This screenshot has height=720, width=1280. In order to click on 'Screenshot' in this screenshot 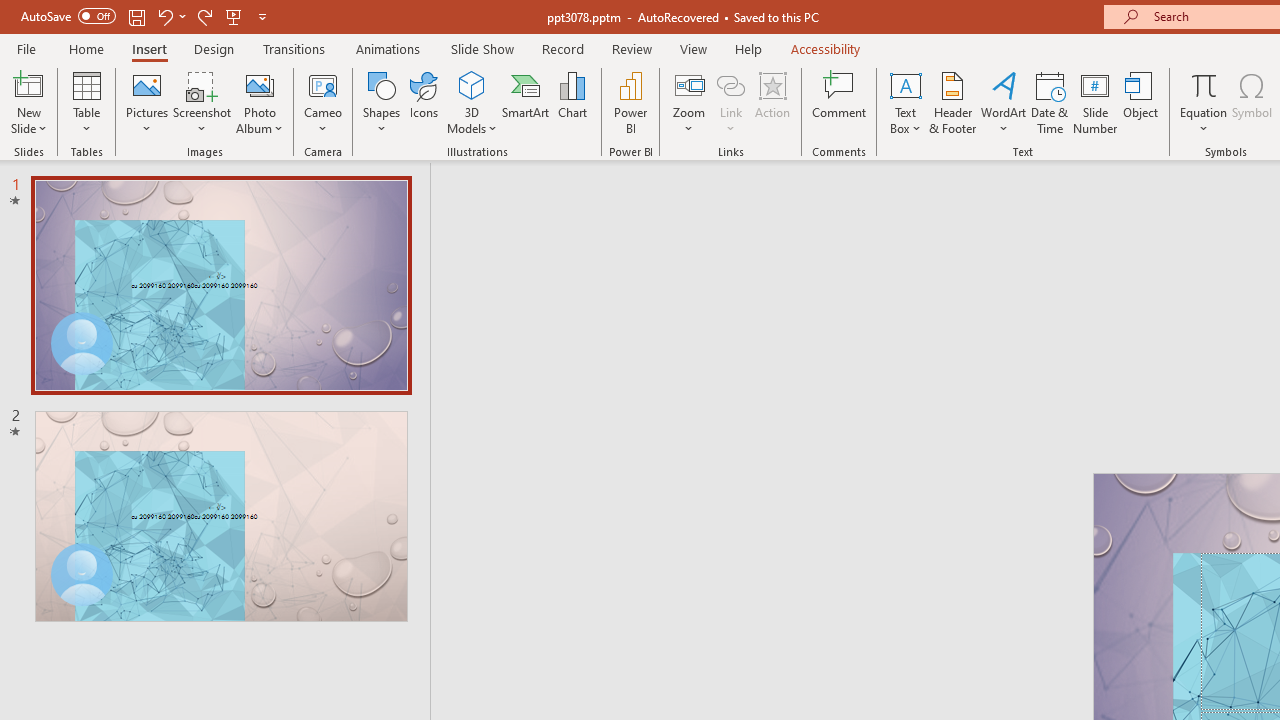, I will do `click(202, 103)`.